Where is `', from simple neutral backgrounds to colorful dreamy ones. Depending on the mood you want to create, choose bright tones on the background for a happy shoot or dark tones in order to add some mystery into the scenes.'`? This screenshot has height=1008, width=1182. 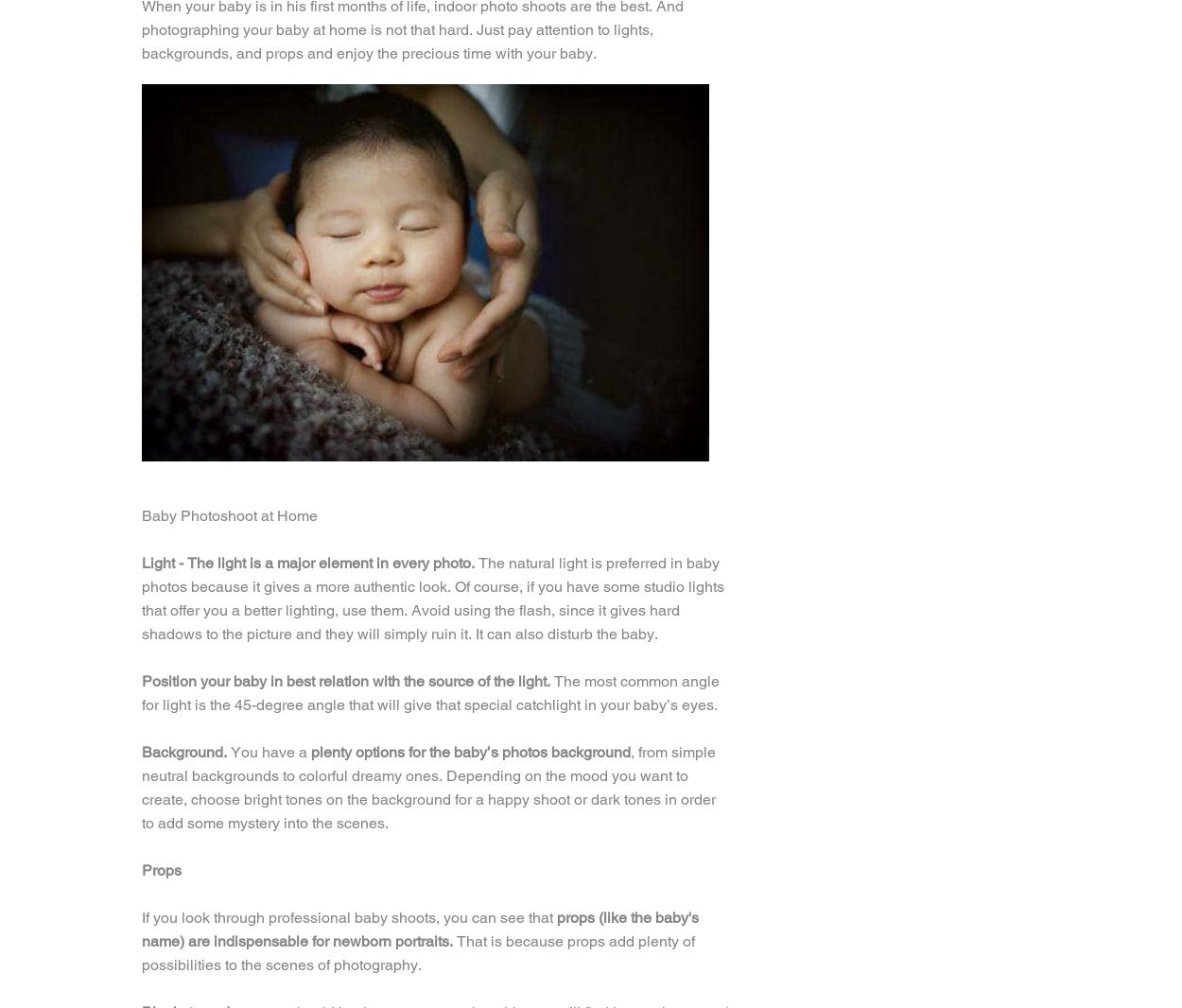 ', from simple neutral backgrounds to colorful dreamy ones. Depending on the mood you want to create, choose bright tones on the background for a happy shoot or dark tones in order to add some mystery into the scenes.' is located at coordinates (427, 787).